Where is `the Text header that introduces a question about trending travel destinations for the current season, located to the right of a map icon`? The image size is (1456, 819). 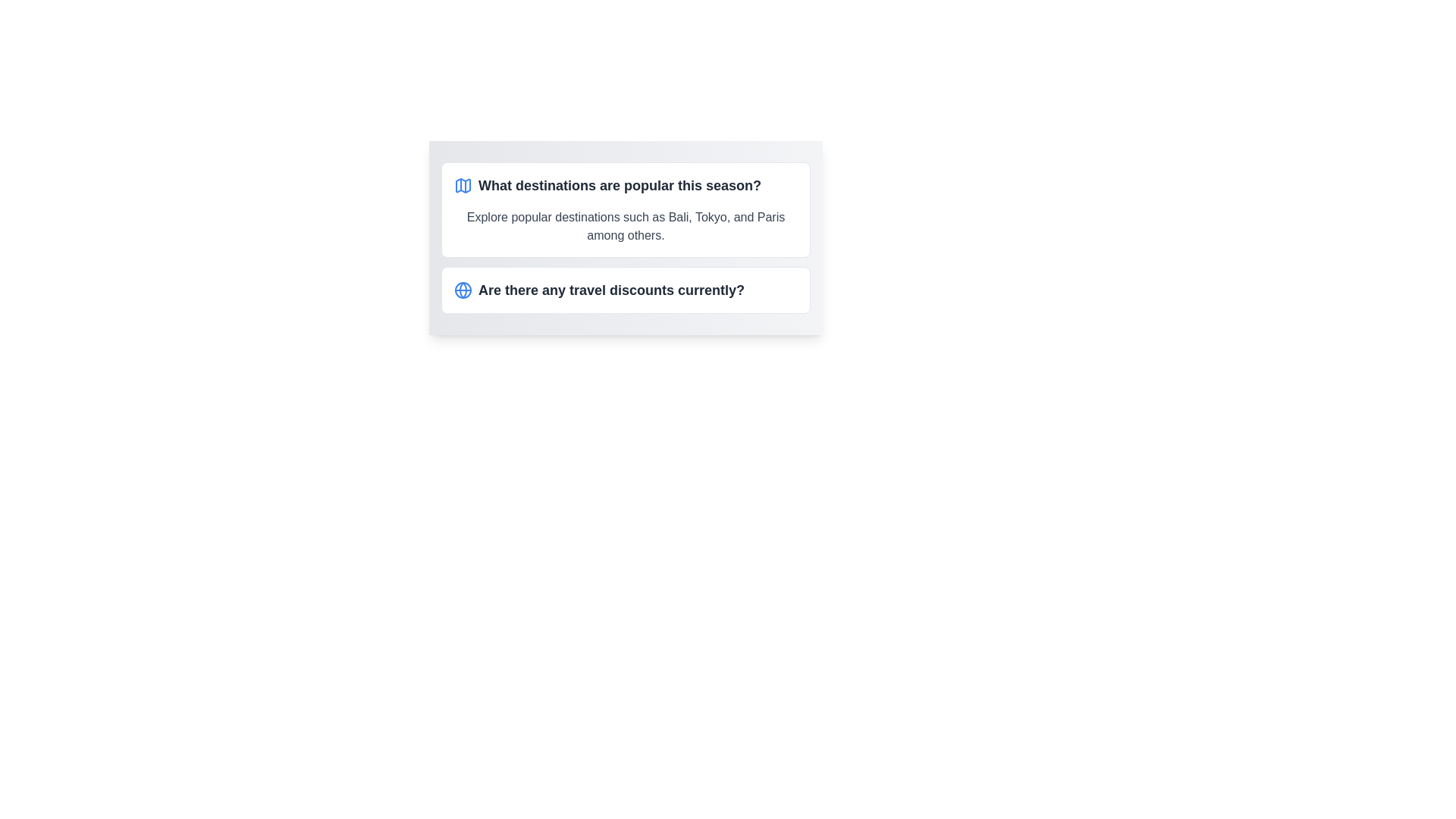
the Text header that introduces a question about trending travel destinations for the current season, located to the right of a map icon is located at coordinates (620, 185).